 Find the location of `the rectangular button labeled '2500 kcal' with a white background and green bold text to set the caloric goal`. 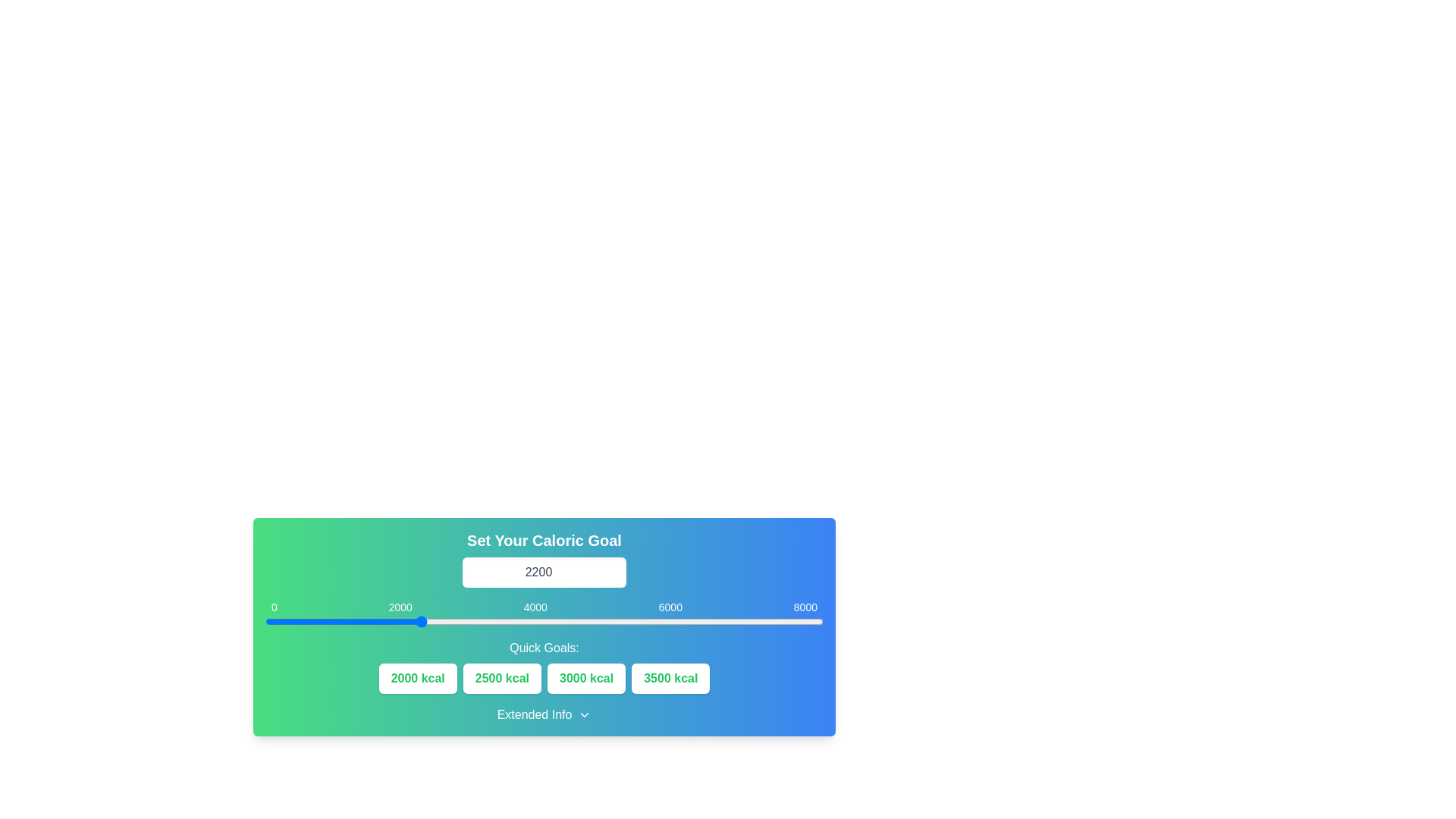

the rectangular button labeled '2500 kcal' with a white background and green bold text to set the caloric goal is located at coordinates (502, 677).